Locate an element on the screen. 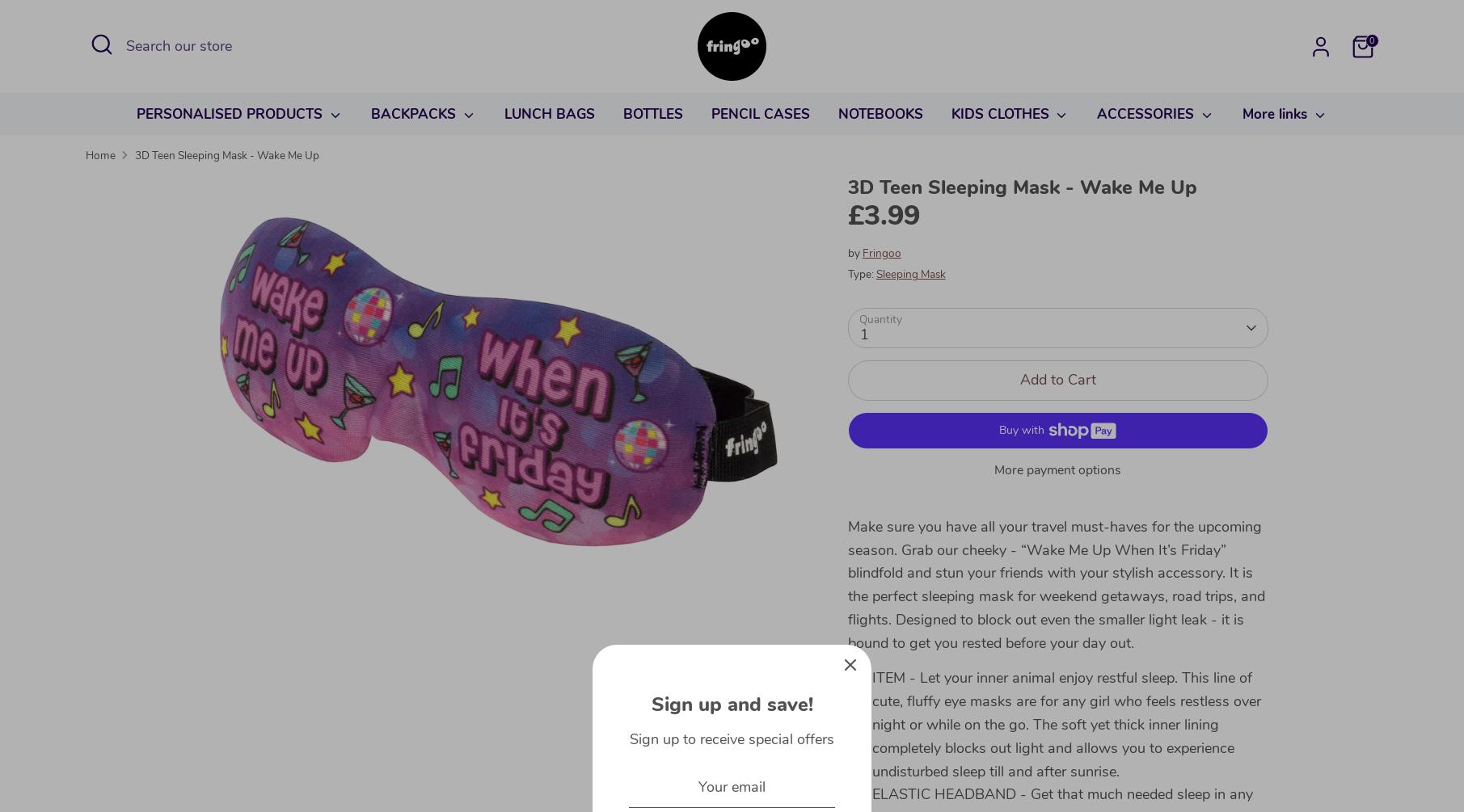  'Bottoms' is located at coordinates (950, 182).